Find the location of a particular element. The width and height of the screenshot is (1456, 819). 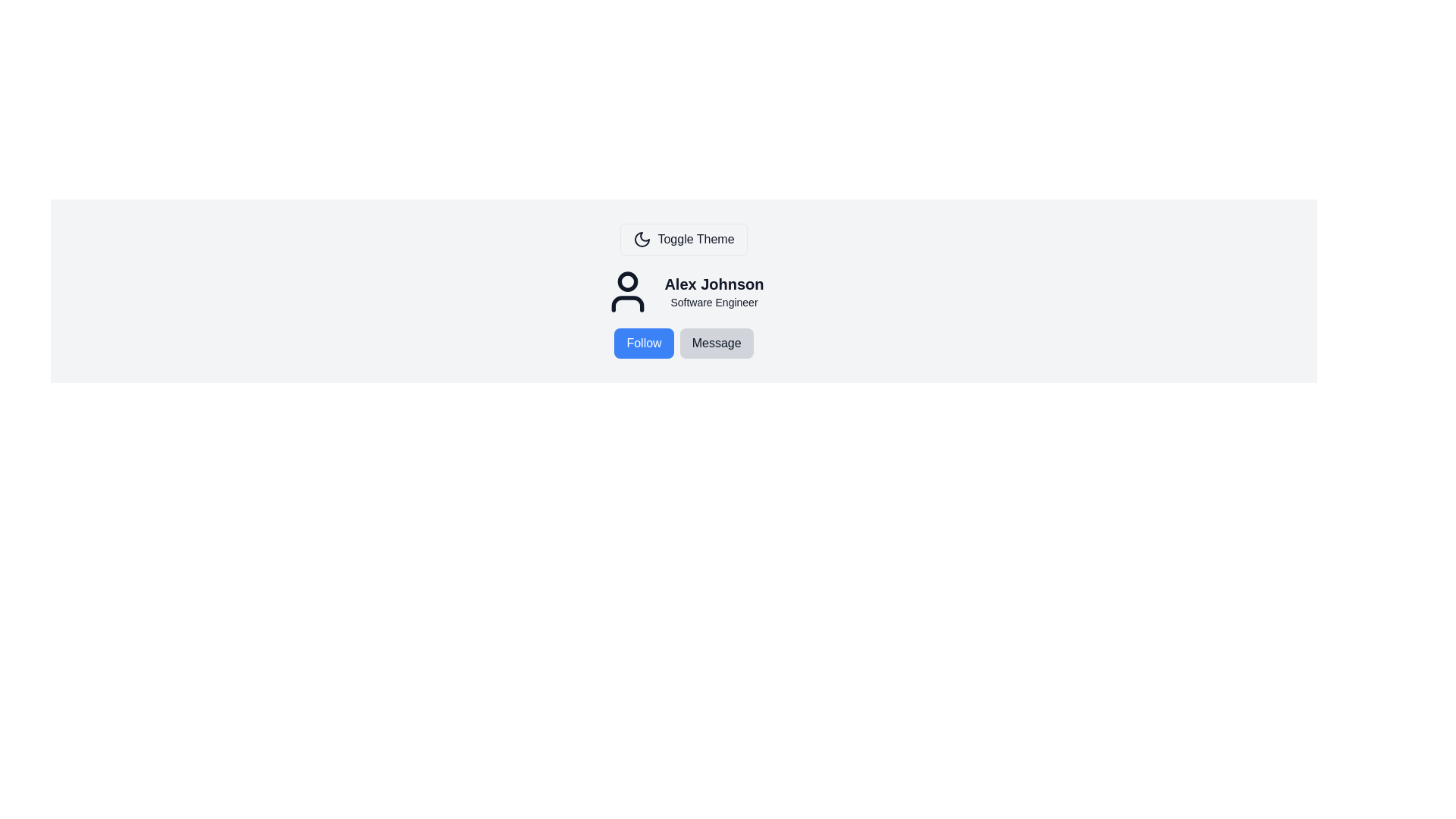

the follow button located beneath the profile information to change its background color is located at coordinates (644, 343).